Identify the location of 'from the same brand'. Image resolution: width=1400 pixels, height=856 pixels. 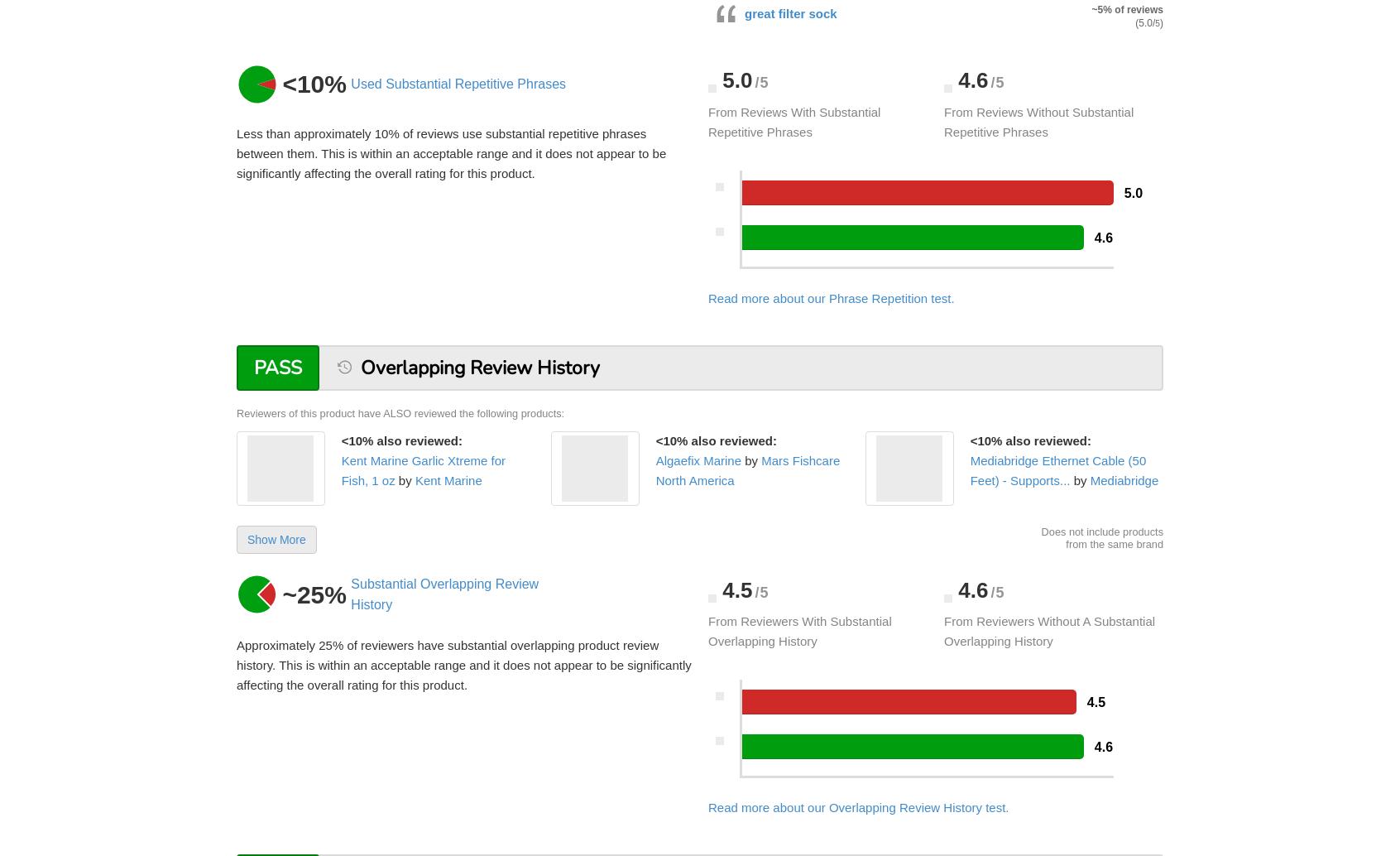
(1115, 543).